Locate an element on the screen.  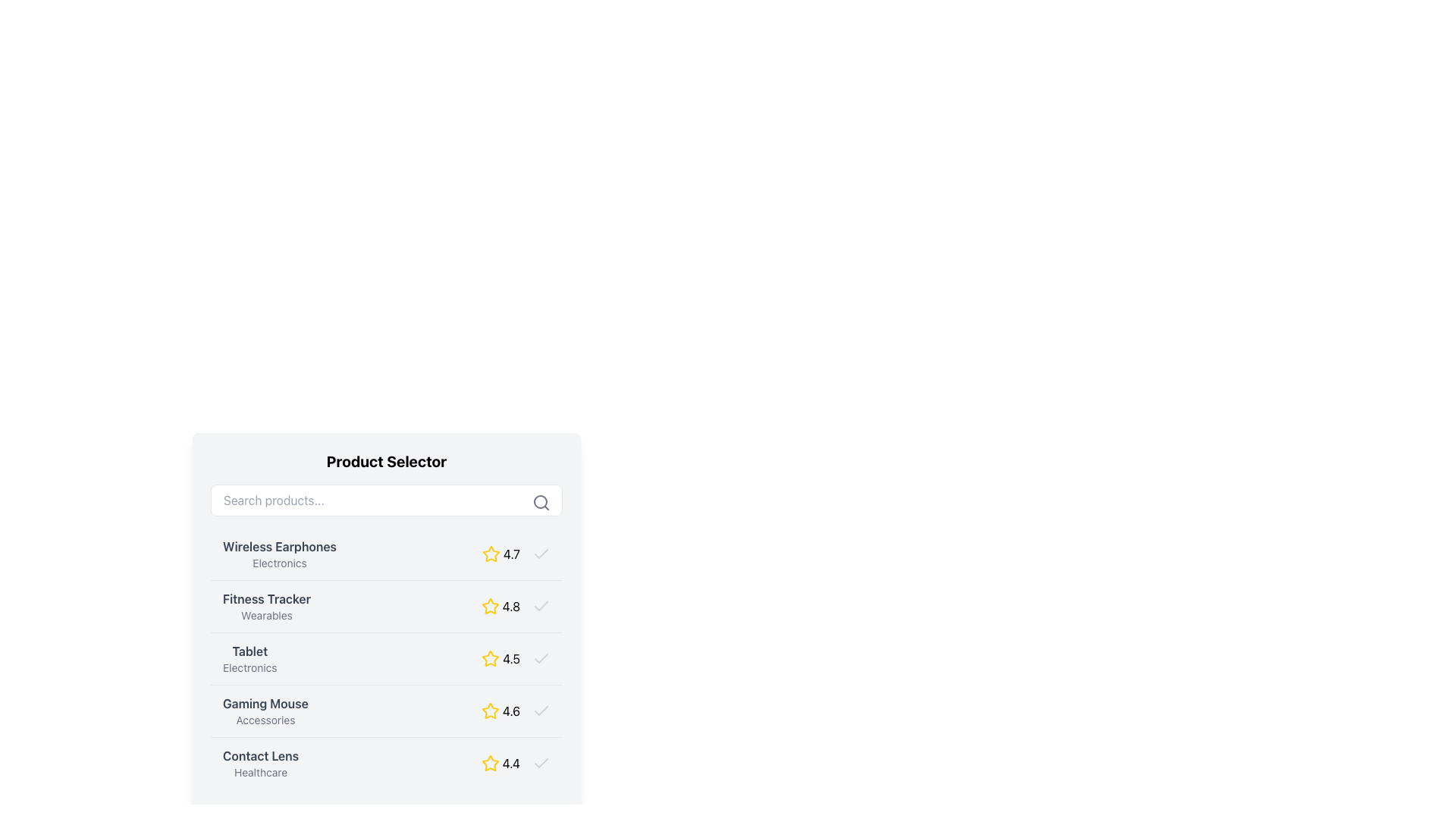
the yellow star-shaped Rating Icon that indicates a rating of 4.6 for the product 'Gaming Mouse' is located at coordinates (490, 711).